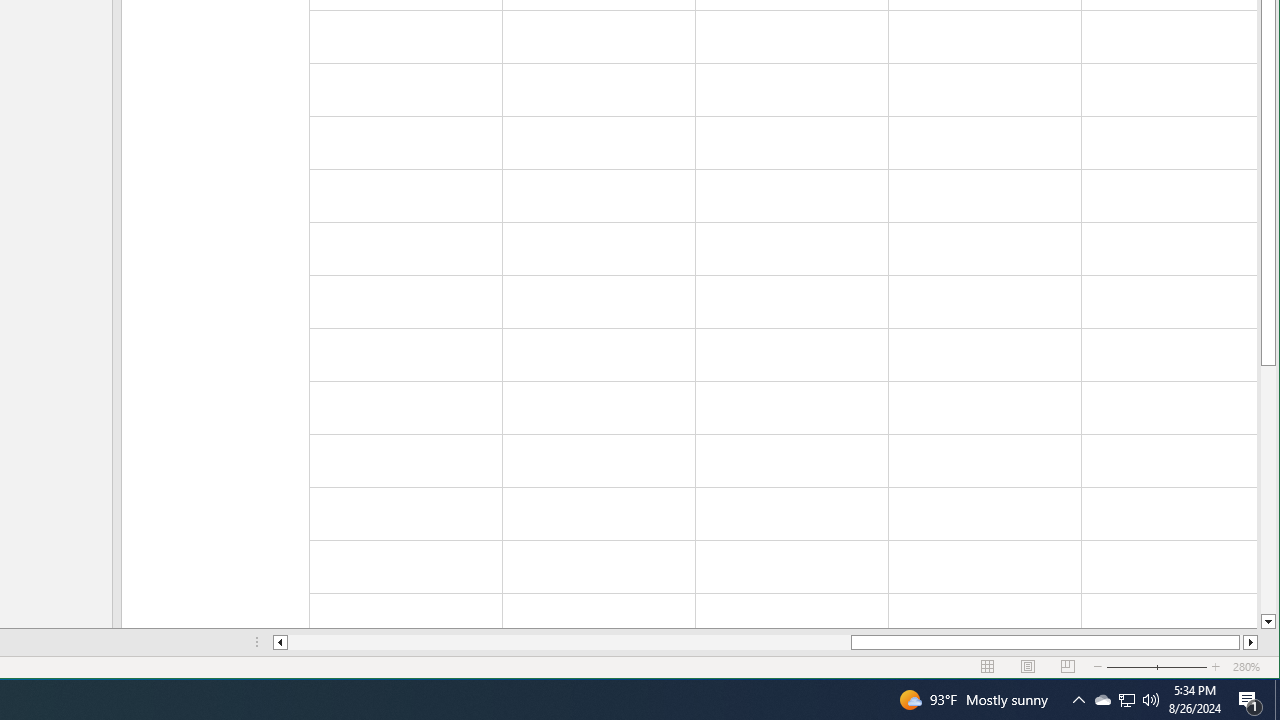 This screenshot has height=720, width=1280. Describe the element at coordinates (1078, 698) in the screenshot. I see `'Notification Chevron'` at that location.